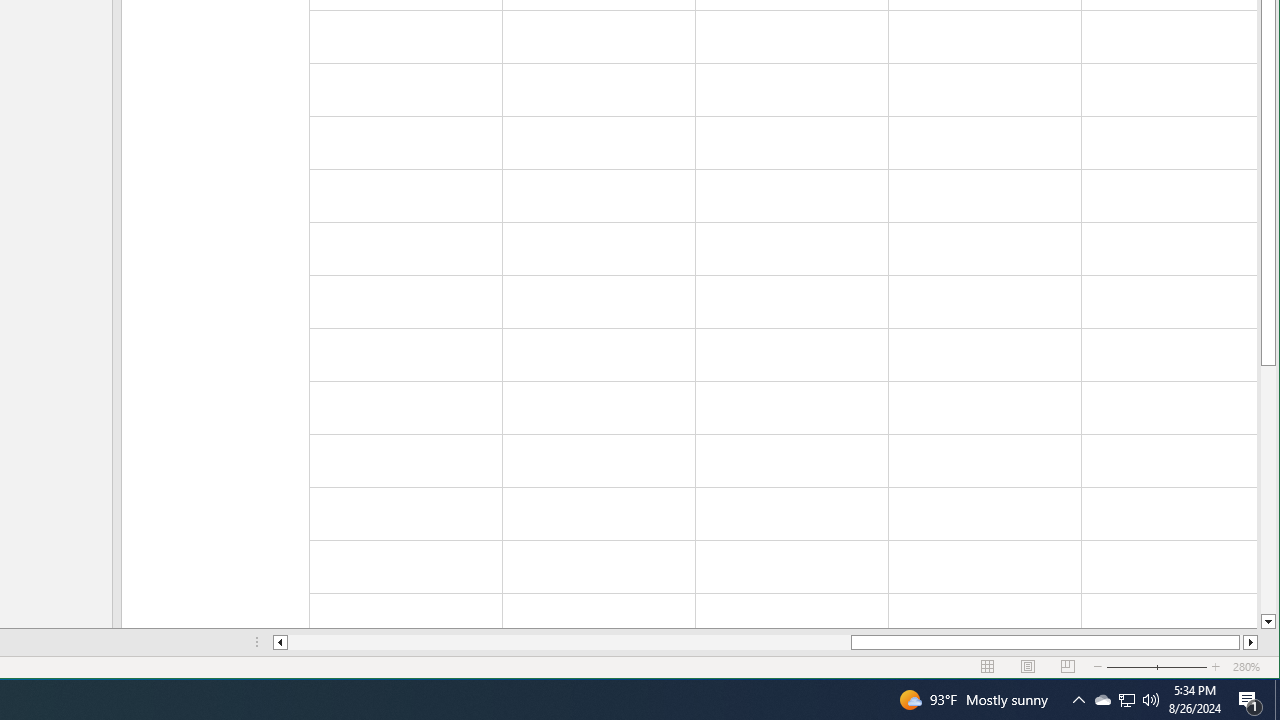 This screenshot has height=720, width=1280. Describe the element at coordinates (1078, 698) in the screenshot. I see `'Notification Chevron'` at that location.